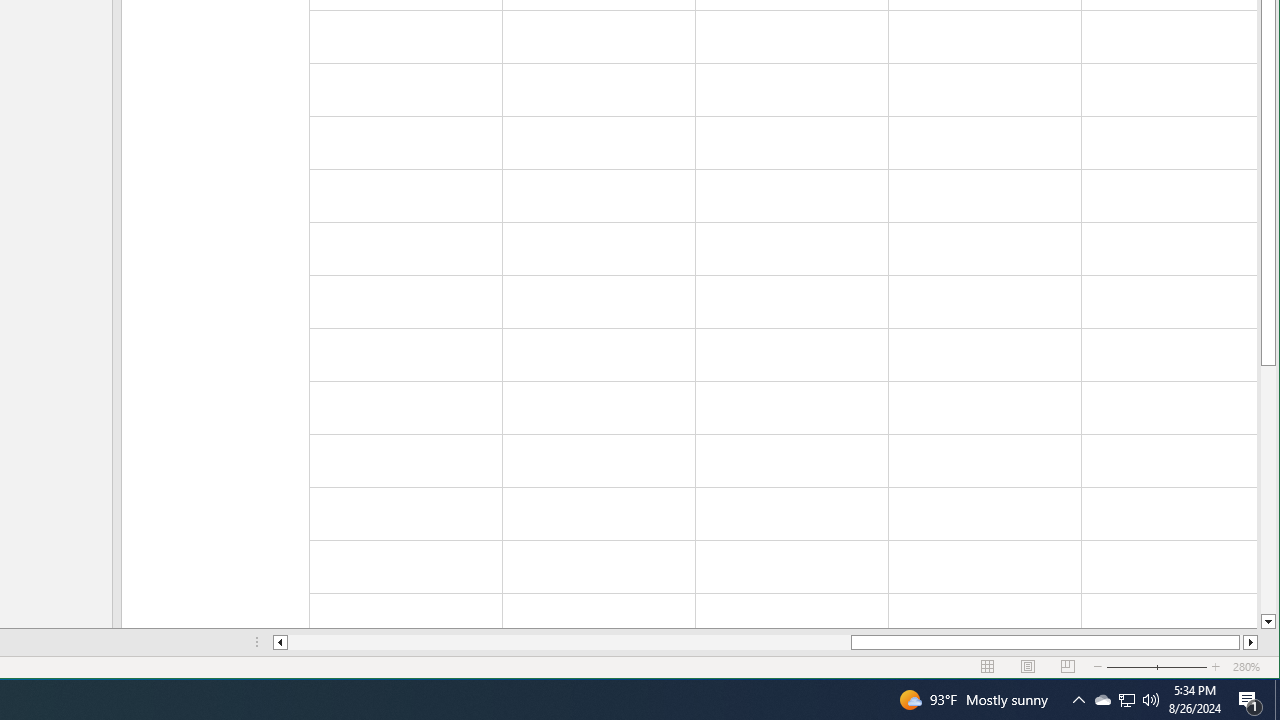 This screenshot has height=720, width=1280. Describe the element at coordinates (1078, 698) in the screenshot. I see `'Notification Chevron'` at that location.